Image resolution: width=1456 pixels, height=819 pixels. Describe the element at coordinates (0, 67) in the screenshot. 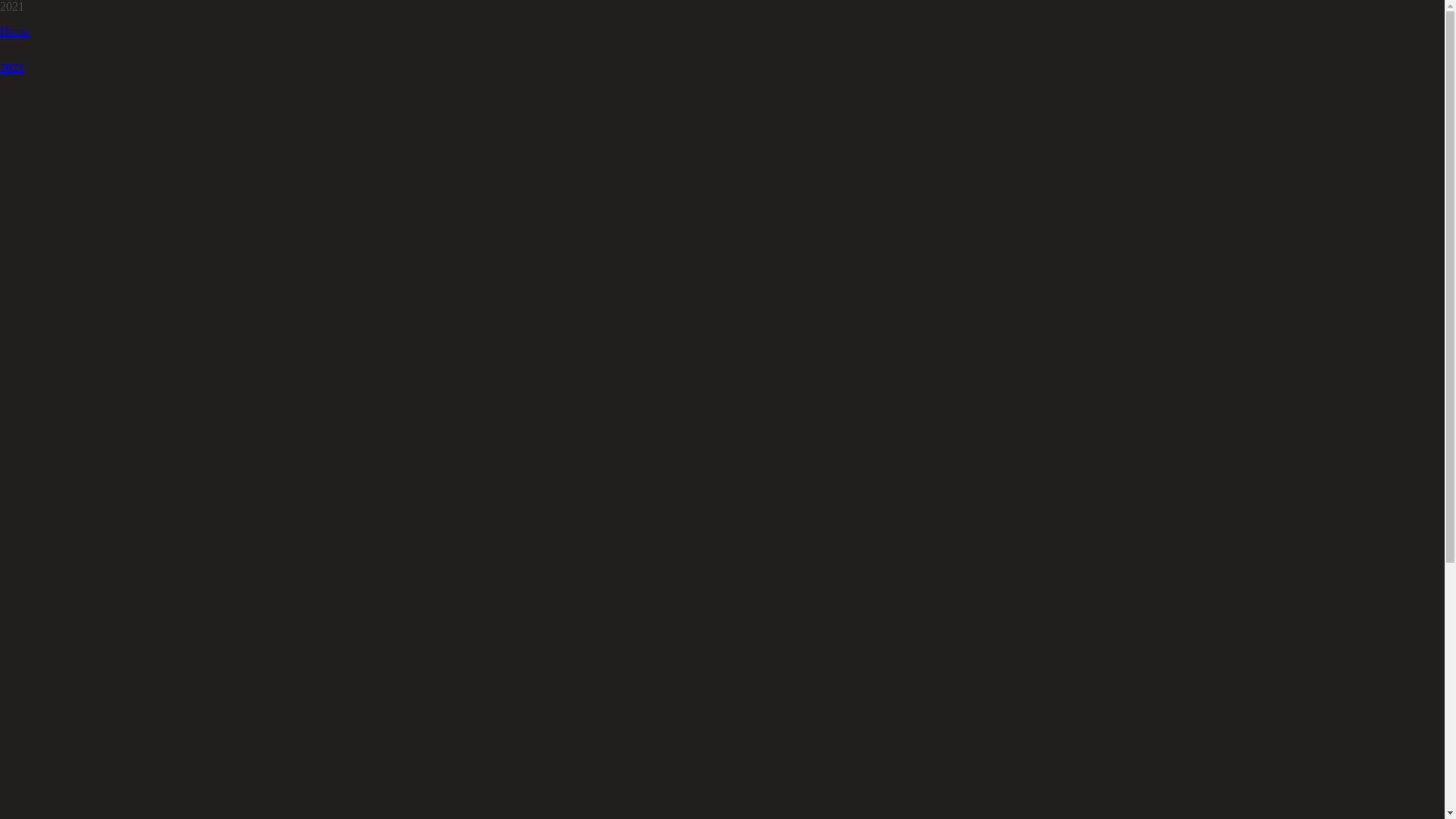

I see `'2021'` at that location.